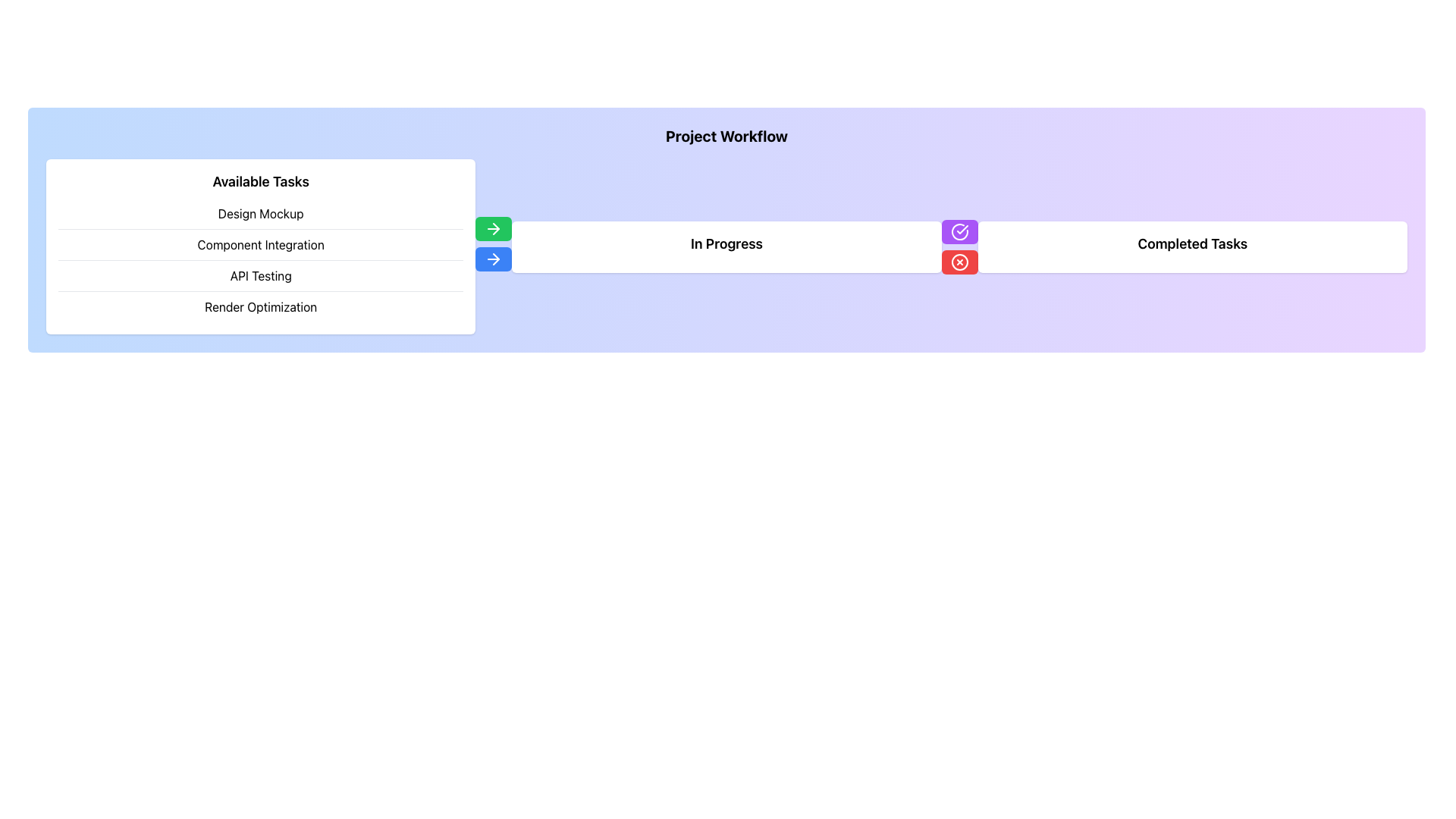 The image size is (1456, 819). What do you see at coordinates (494, 246) in the screenshot?
I see `the second button located directly below the green button in the vertically stacked pair, positioned between the 'Available Tasks' and 'In Progress' sections to observe hover effects` at bounding box center [494, 246].